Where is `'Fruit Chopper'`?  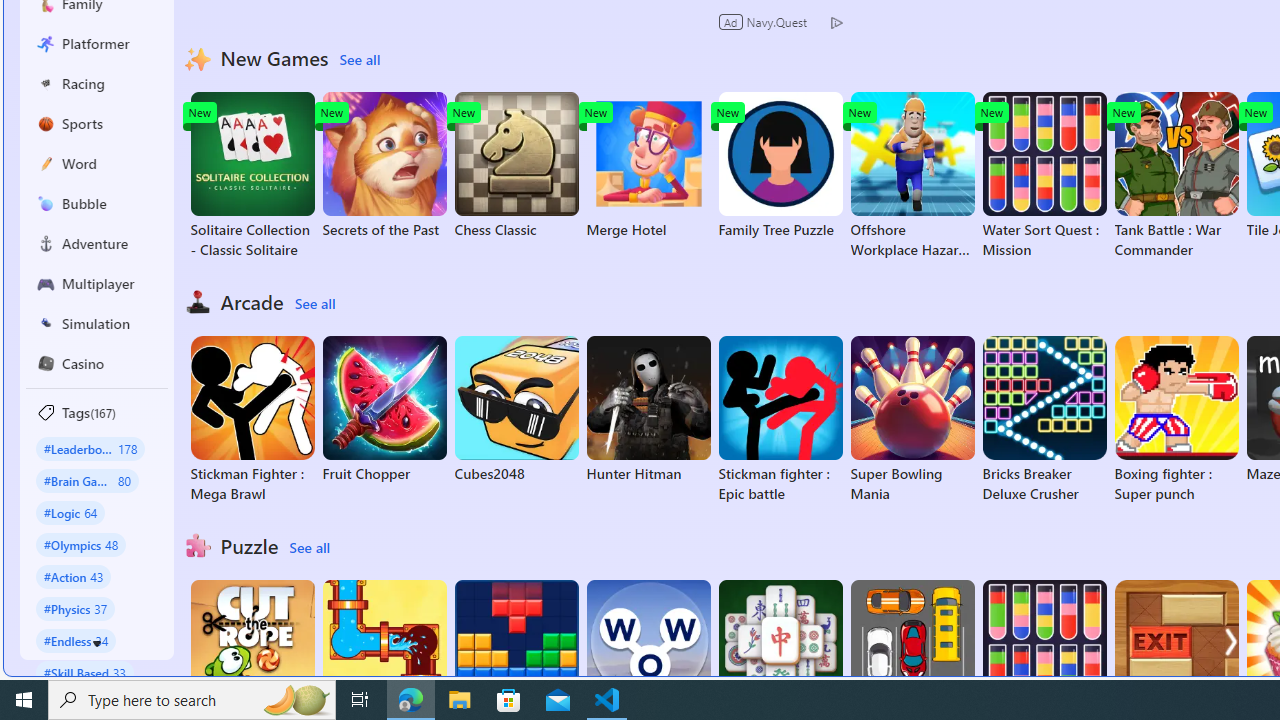 'Fruit Chopper' is located at coordinates (384, 409).